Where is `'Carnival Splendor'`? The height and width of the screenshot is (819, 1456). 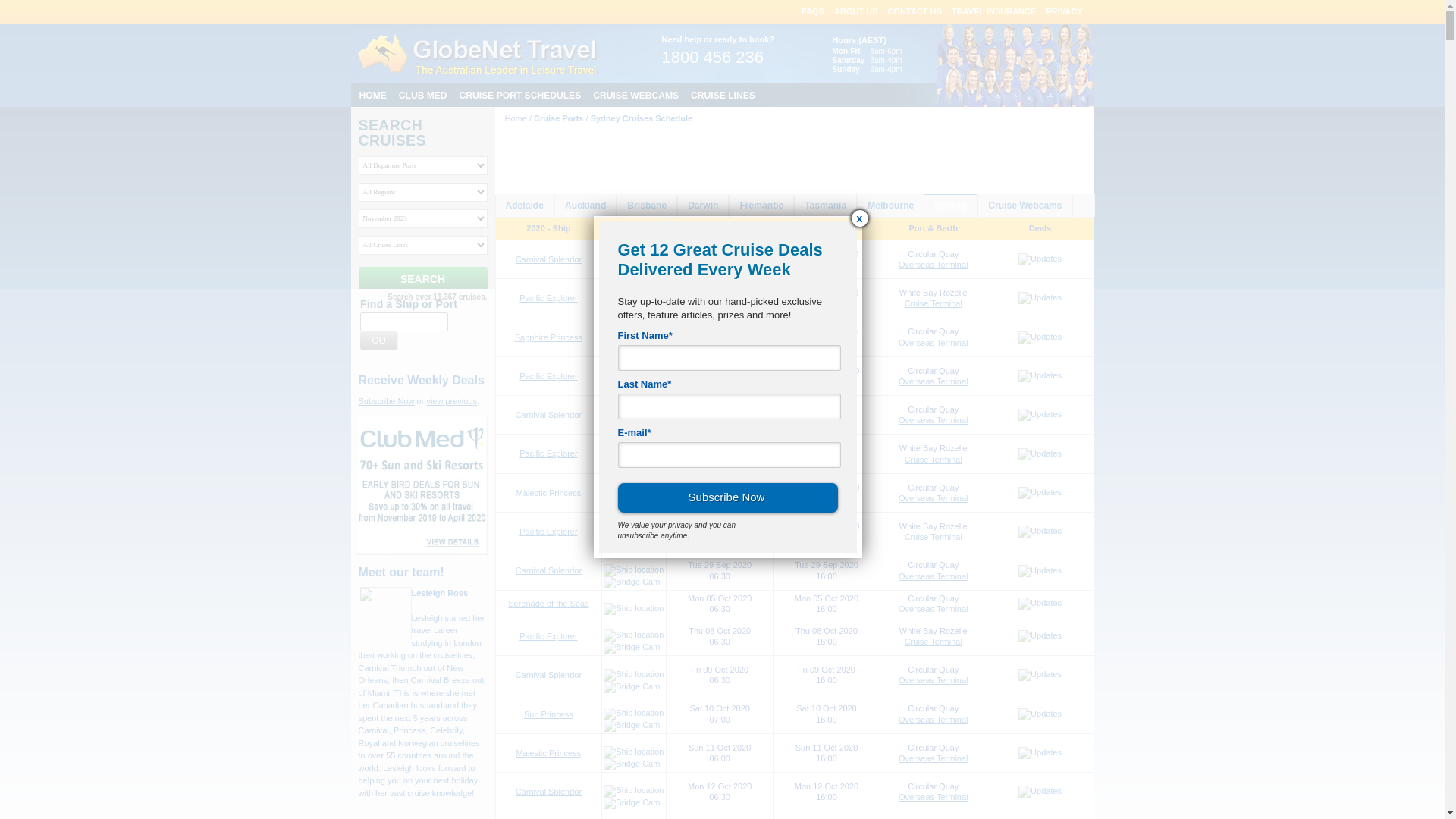 'Carnival Splendor' is located at coordinates (548, 415).